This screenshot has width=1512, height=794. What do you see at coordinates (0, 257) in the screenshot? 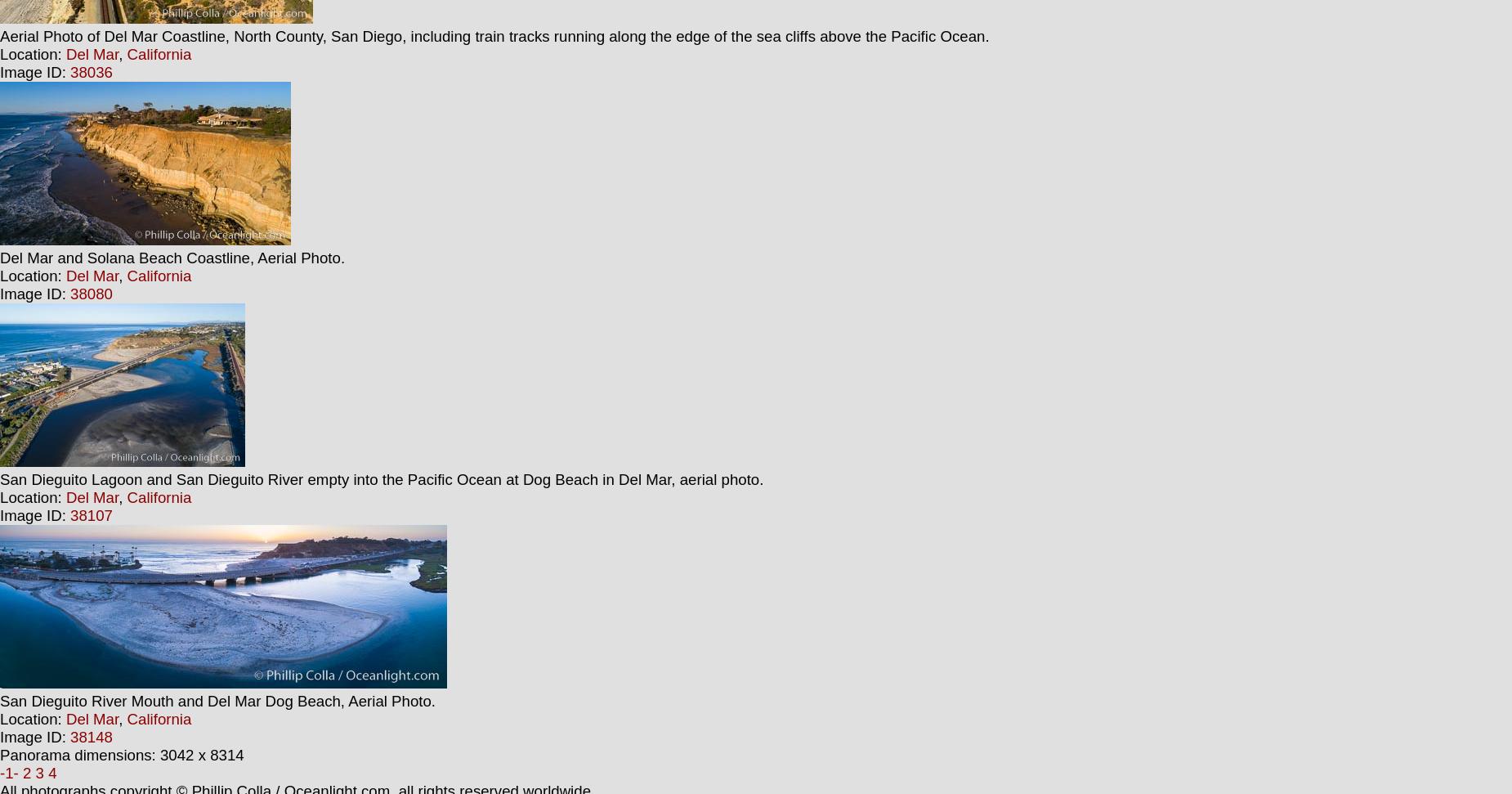
I see `'Del Mar and Solana Beach Coastline, Aerial Photo.'` at bounding box center [0, 257].